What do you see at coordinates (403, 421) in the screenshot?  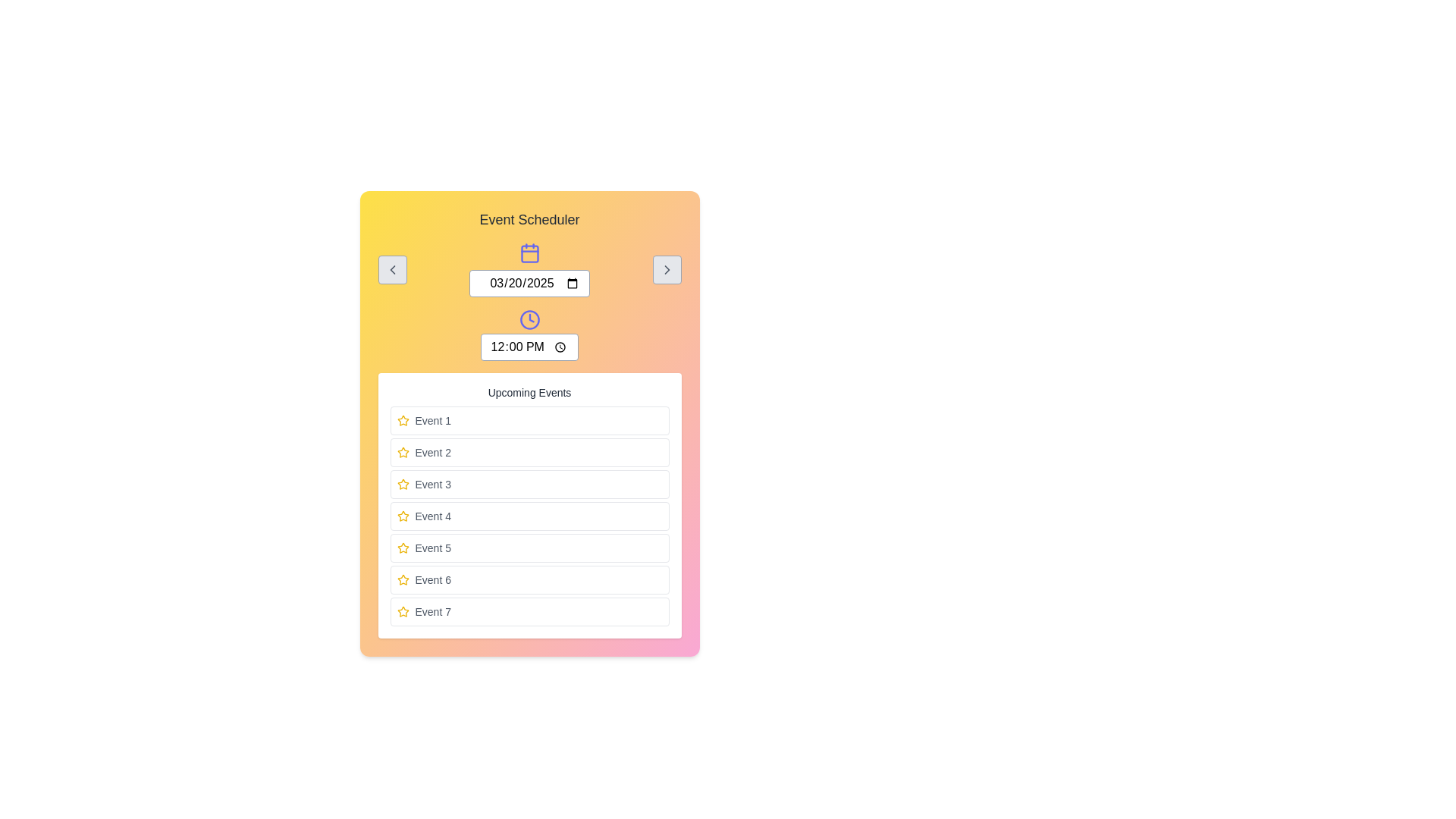 I see `the yellow star icon located to the left of the text 'Event 1'` at bounding box center [403, 421].